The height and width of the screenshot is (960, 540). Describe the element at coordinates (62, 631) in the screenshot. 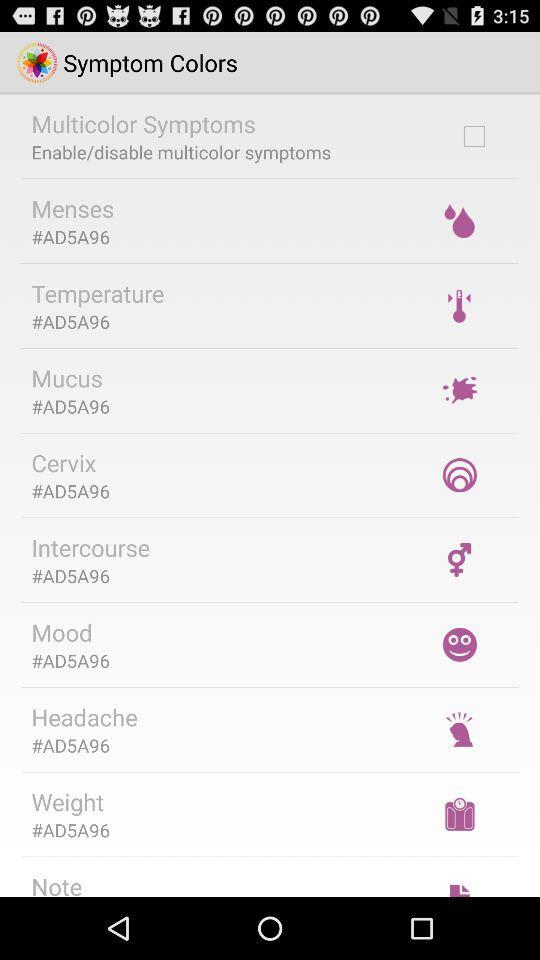

I see `the icon below #ad5a96 item` at that location.